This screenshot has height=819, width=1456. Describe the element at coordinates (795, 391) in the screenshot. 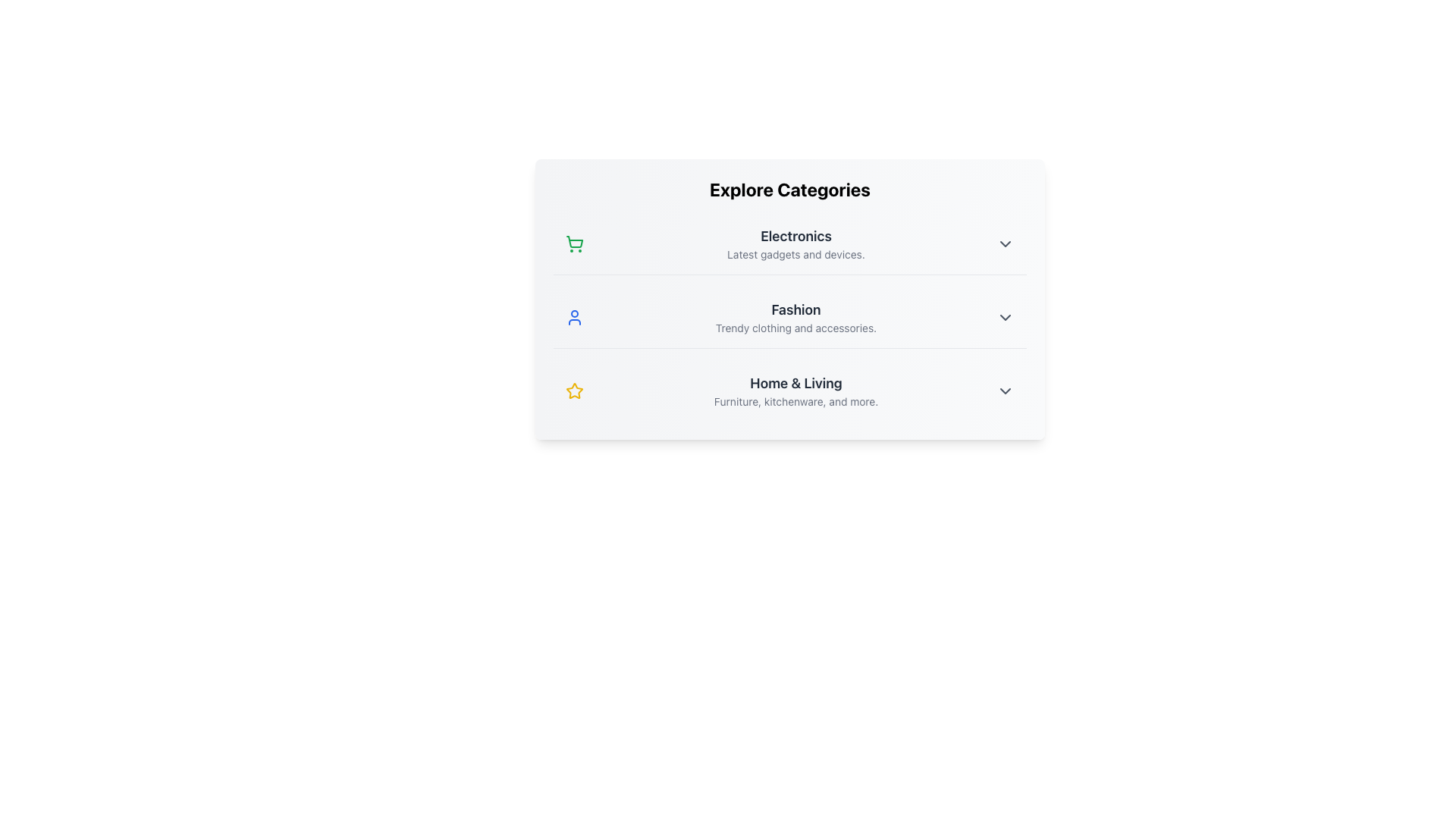

I see `the 'Home & Living' category label in the 'Explore Categories' section` at that location.